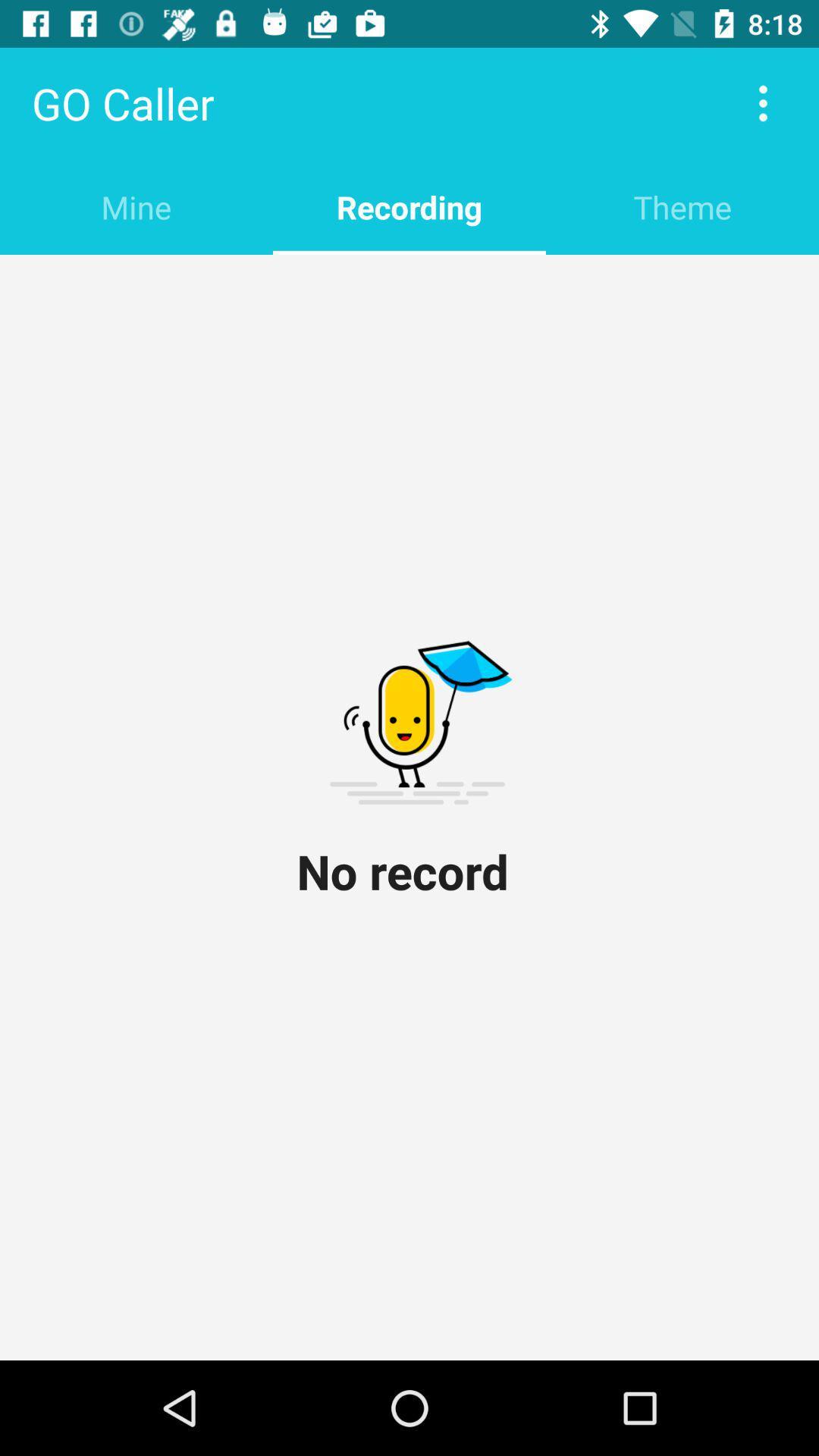  I want to click on the theme, so click(681, 206).